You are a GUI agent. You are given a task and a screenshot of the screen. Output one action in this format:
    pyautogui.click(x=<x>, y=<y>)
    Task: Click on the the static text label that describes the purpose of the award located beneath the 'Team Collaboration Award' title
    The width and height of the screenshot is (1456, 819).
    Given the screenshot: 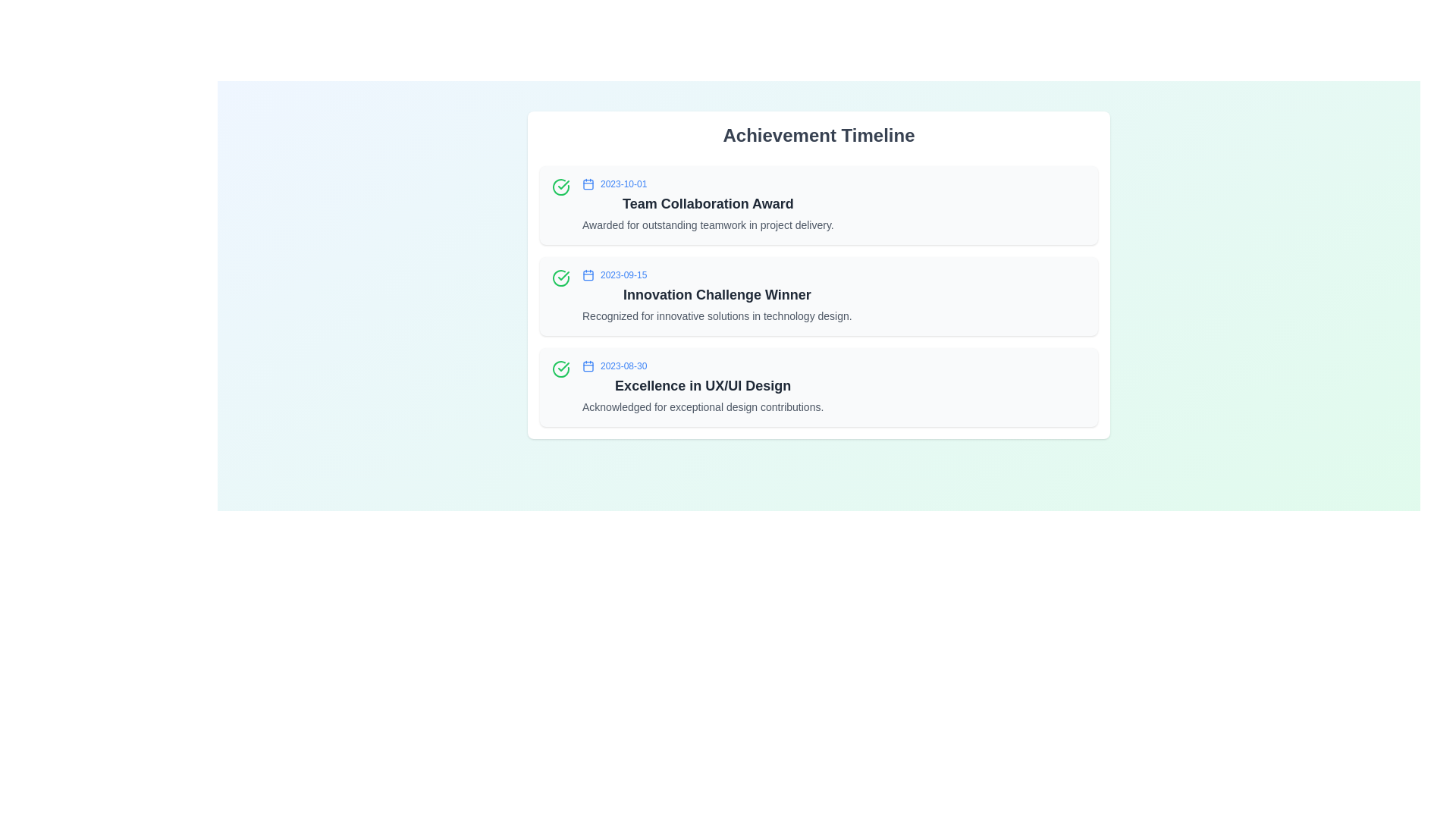 What is the action you would take?
    pyautogui.click(x=707, y=225)
    